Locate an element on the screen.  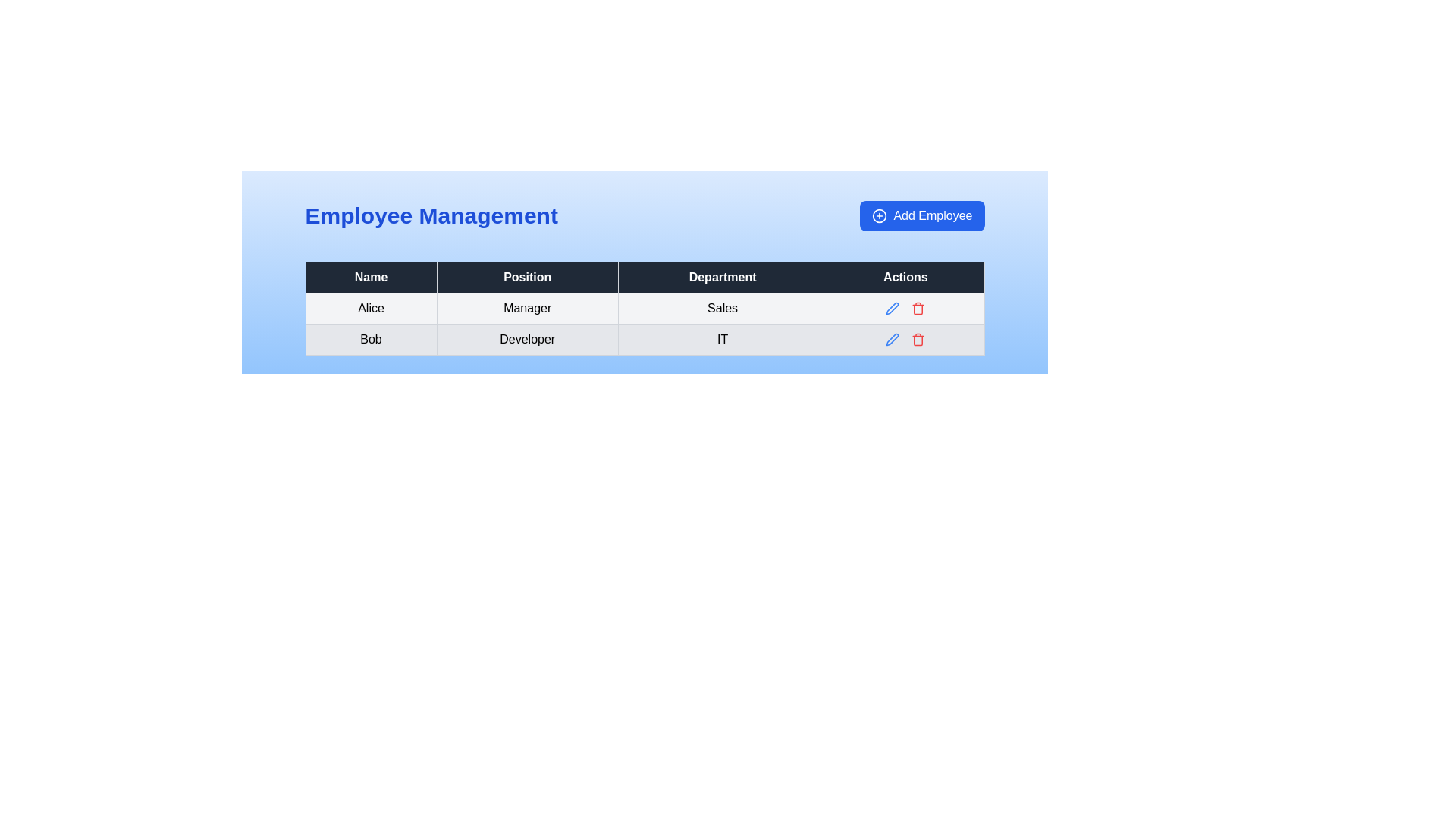
the circular '+' icon located on the left side of the 'Add Employee' button in the top-right blue section above the table is located at coordinates (880, 216).